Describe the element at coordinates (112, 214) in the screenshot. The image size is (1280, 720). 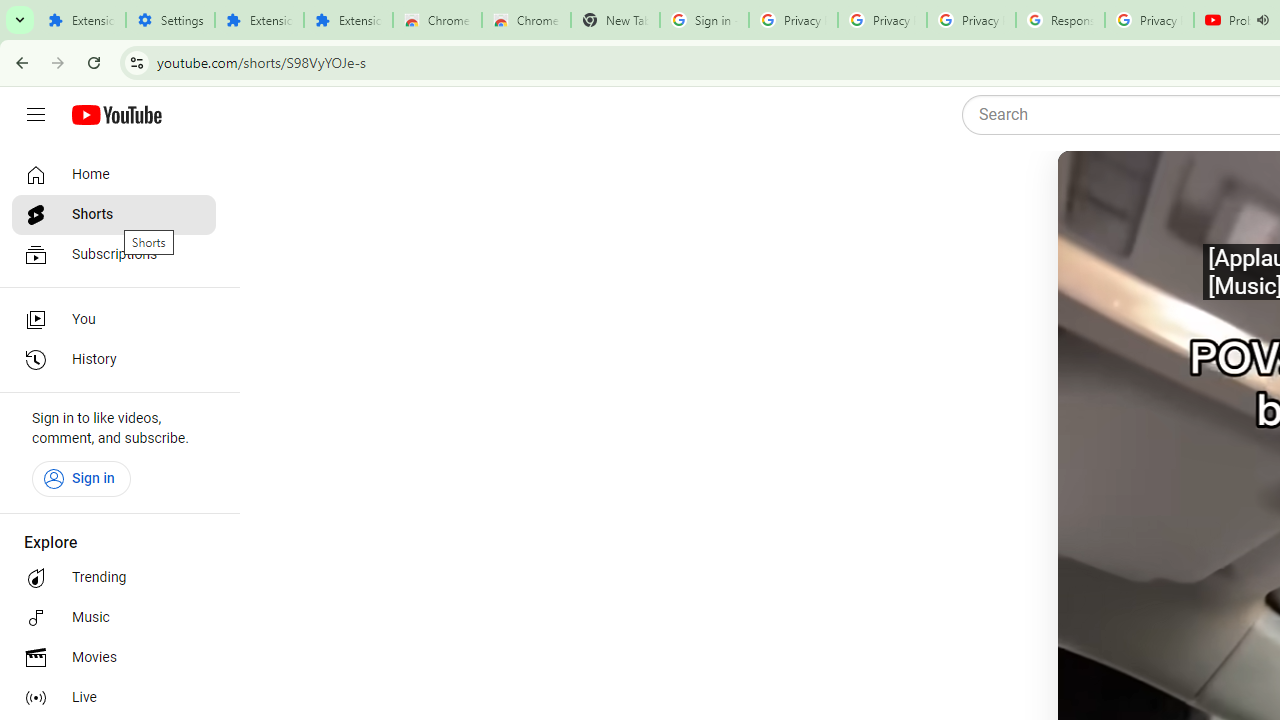
I see `'Shorts'` at that location.